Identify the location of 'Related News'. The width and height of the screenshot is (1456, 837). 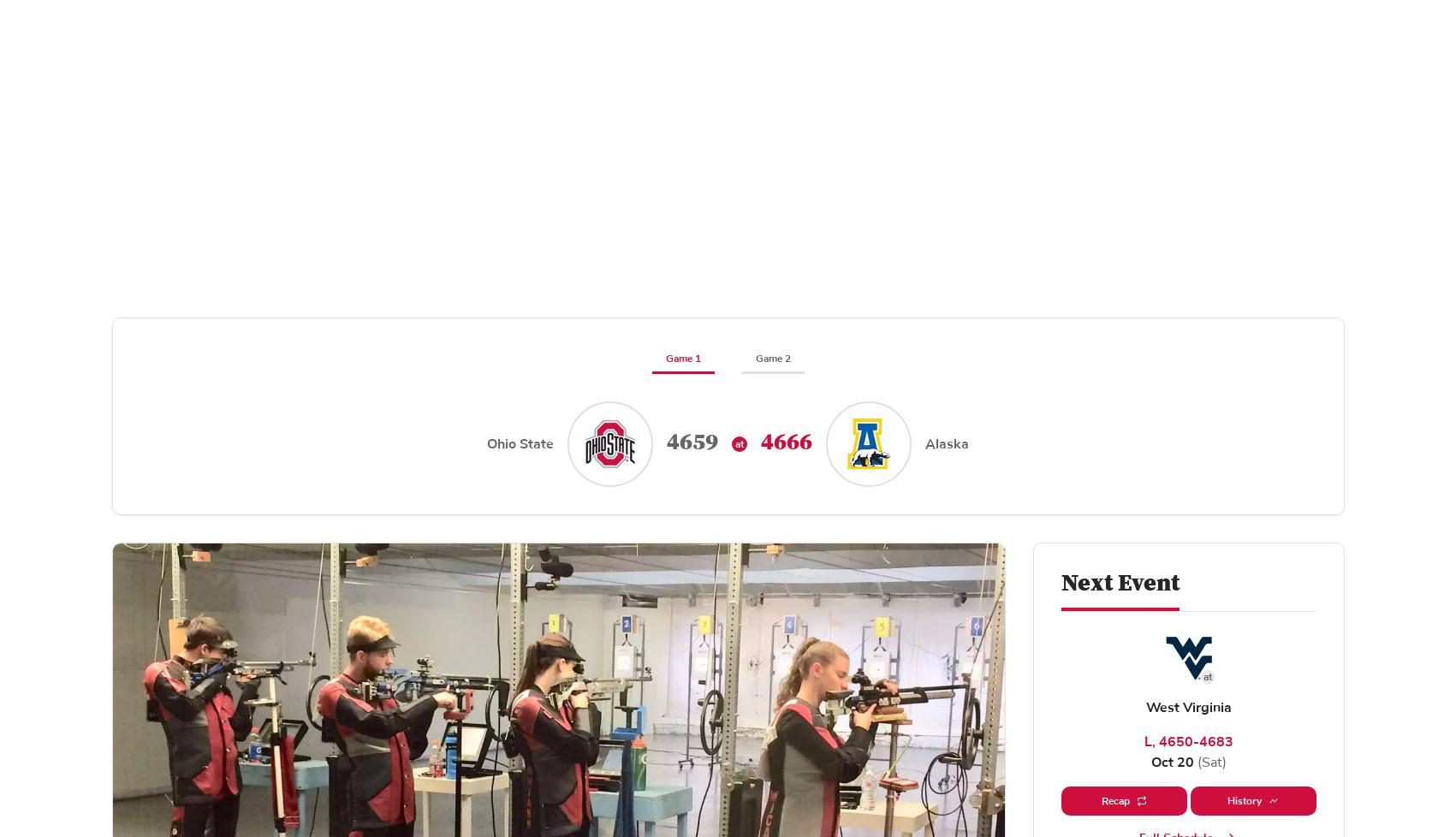
(213, 319).